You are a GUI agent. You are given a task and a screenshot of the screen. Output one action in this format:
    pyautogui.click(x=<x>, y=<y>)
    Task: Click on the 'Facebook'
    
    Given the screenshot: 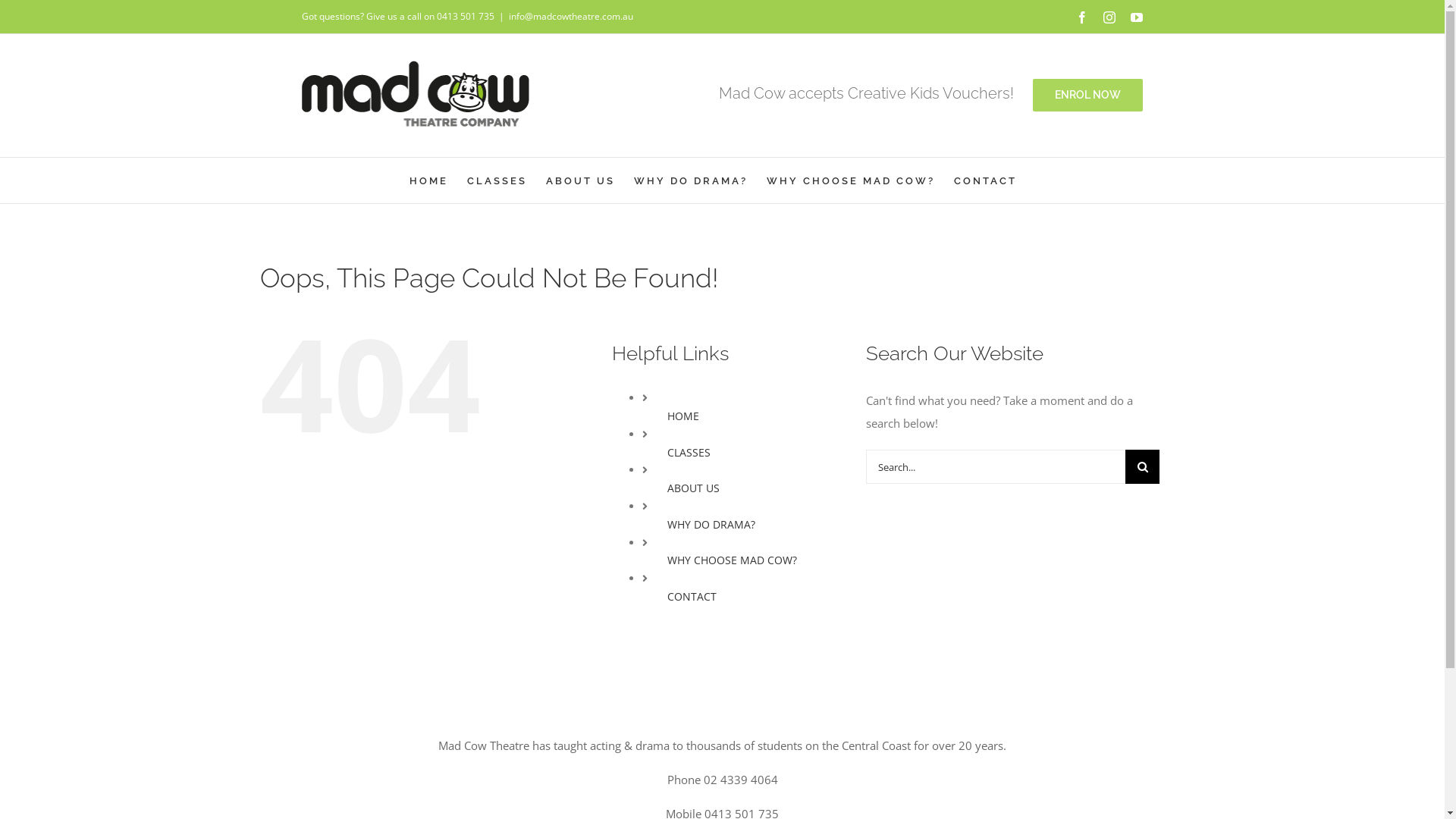 What is the action you would take?
    pyautogui.click(x=1075, y=17)
    